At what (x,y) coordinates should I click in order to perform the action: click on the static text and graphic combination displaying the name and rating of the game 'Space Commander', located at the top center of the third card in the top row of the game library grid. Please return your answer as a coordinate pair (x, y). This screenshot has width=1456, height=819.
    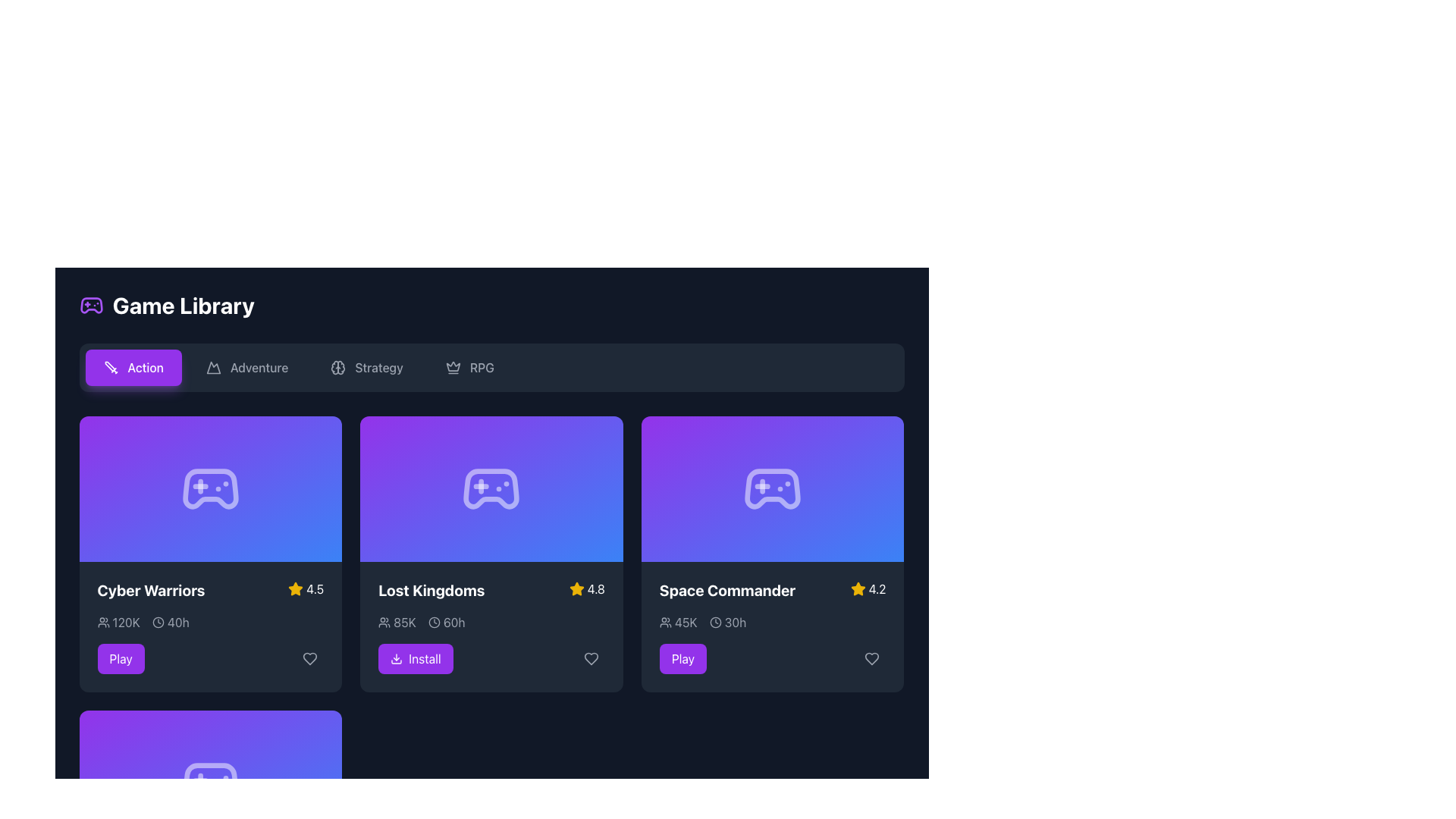
    Looking at the image, I should click on (773, 590).